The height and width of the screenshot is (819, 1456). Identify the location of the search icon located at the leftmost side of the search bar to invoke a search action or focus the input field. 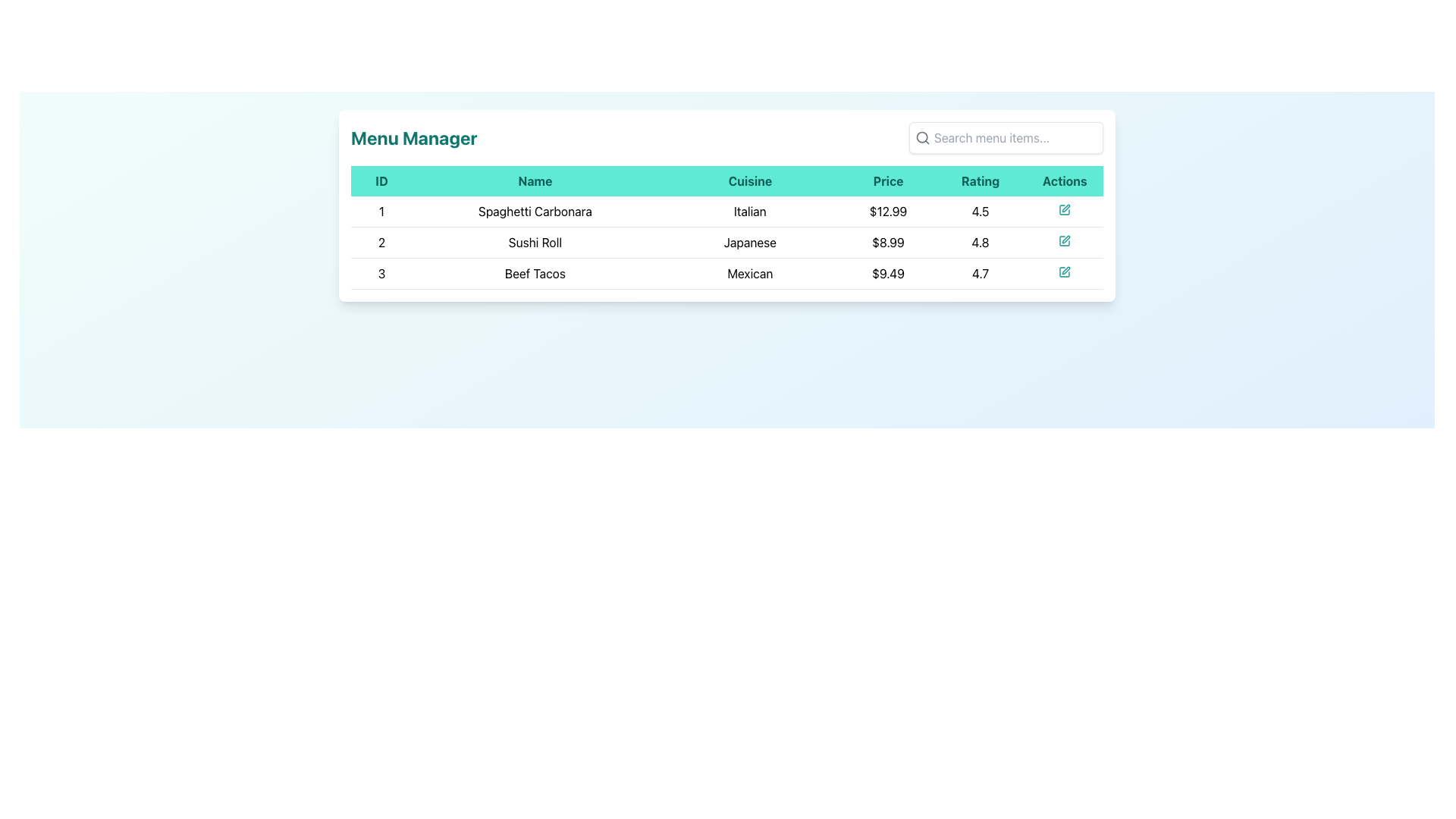
(922, 137).